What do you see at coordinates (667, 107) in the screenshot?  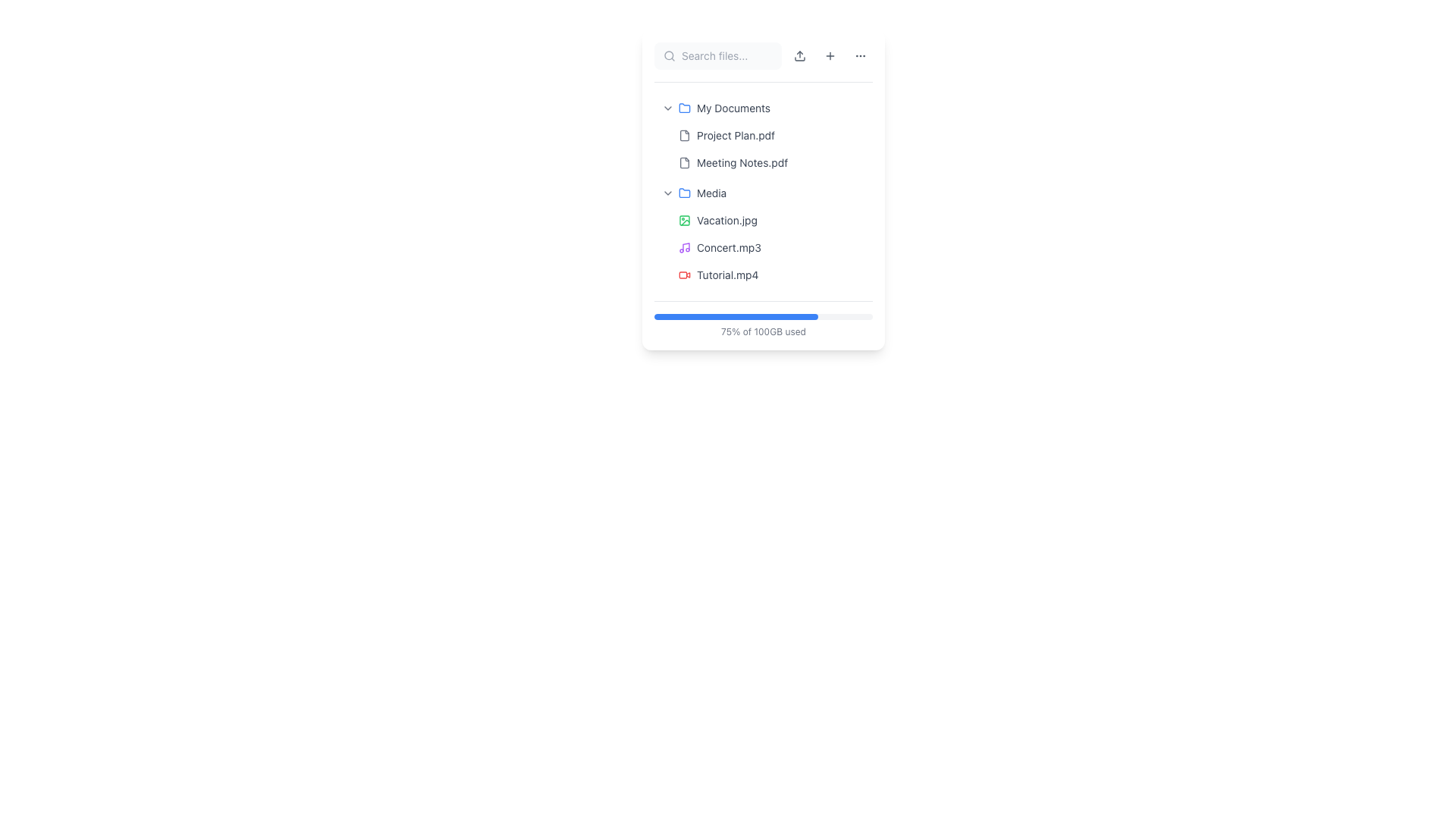 I see `the downward-pointing chevron icon located next to the 'My Documents' folder label` at bounding box center [667, 107].